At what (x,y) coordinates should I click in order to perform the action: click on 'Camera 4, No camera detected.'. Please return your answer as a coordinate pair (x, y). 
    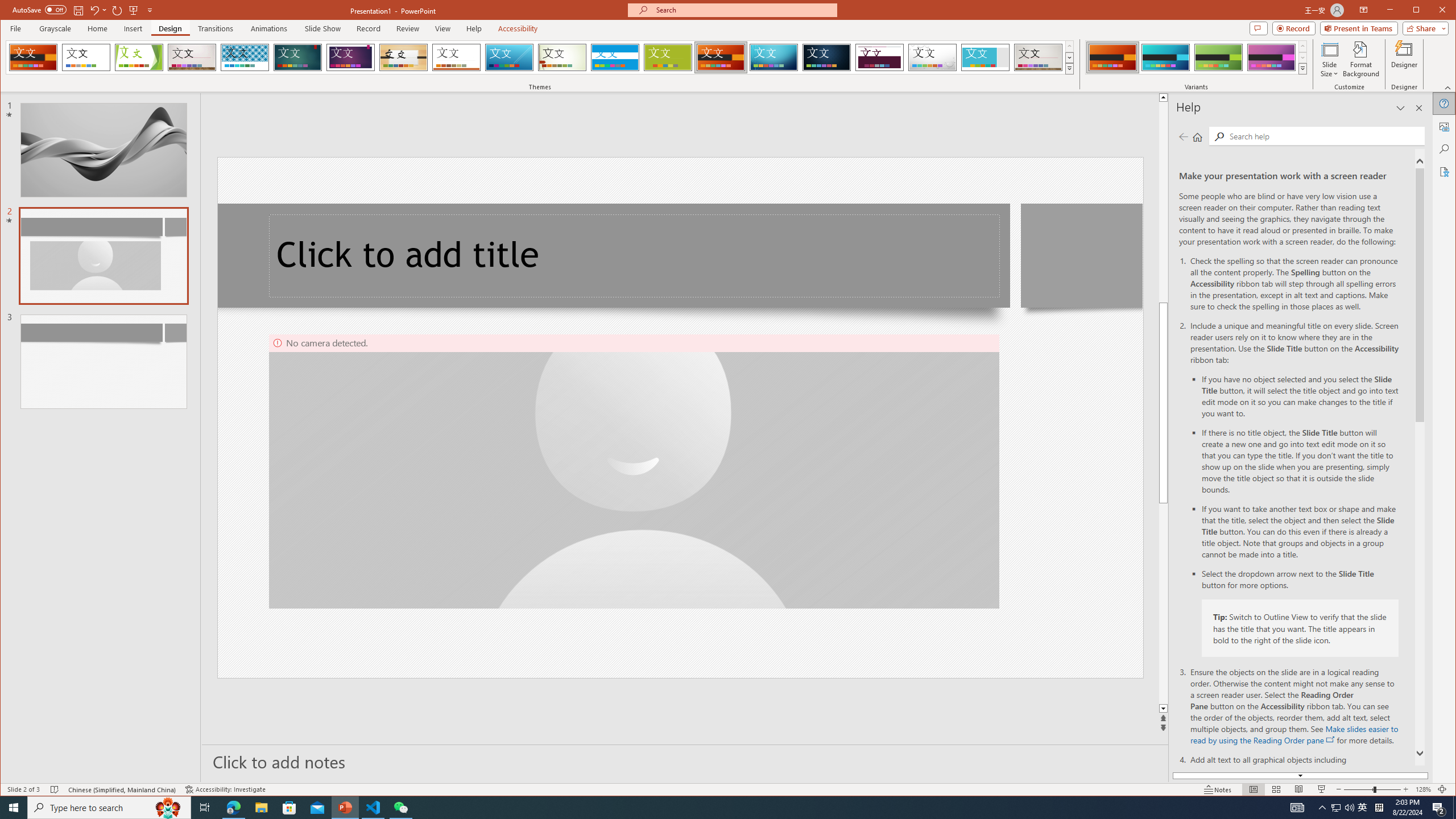
    Looking at the image, I should click on (633, 470).